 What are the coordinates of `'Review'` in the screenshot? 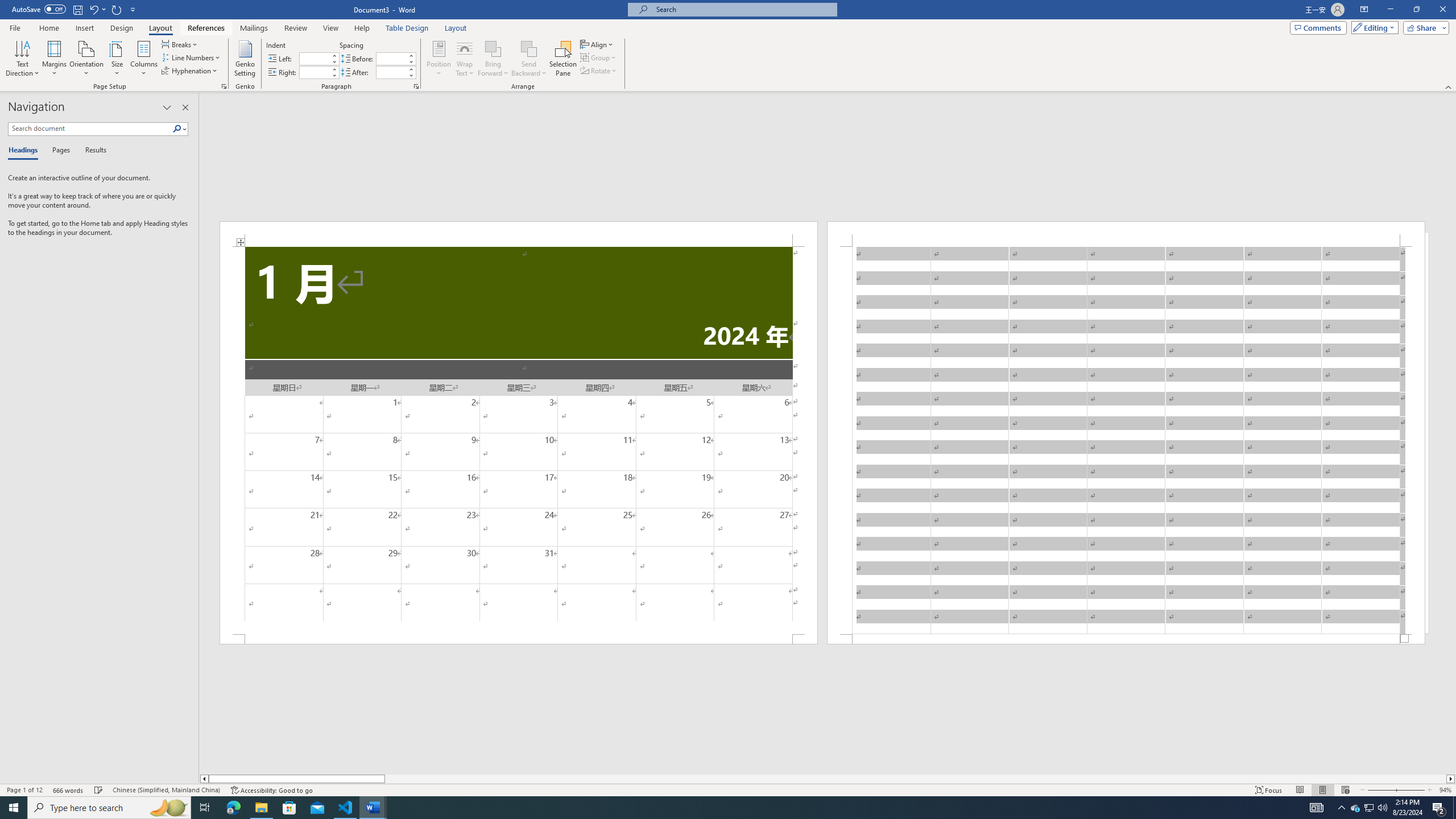 It's located at (295, 28).